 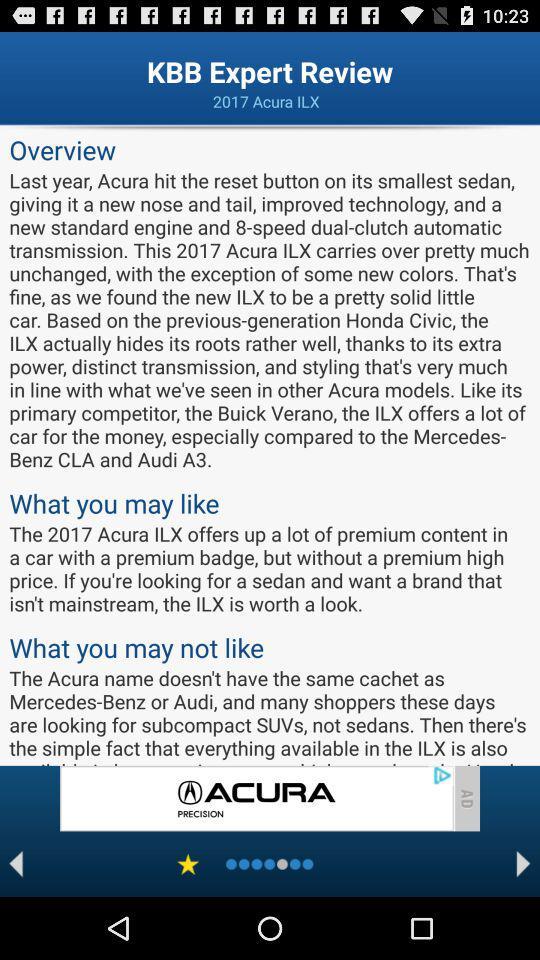 I want to click on advertisement page, so click(x=256, y=798).